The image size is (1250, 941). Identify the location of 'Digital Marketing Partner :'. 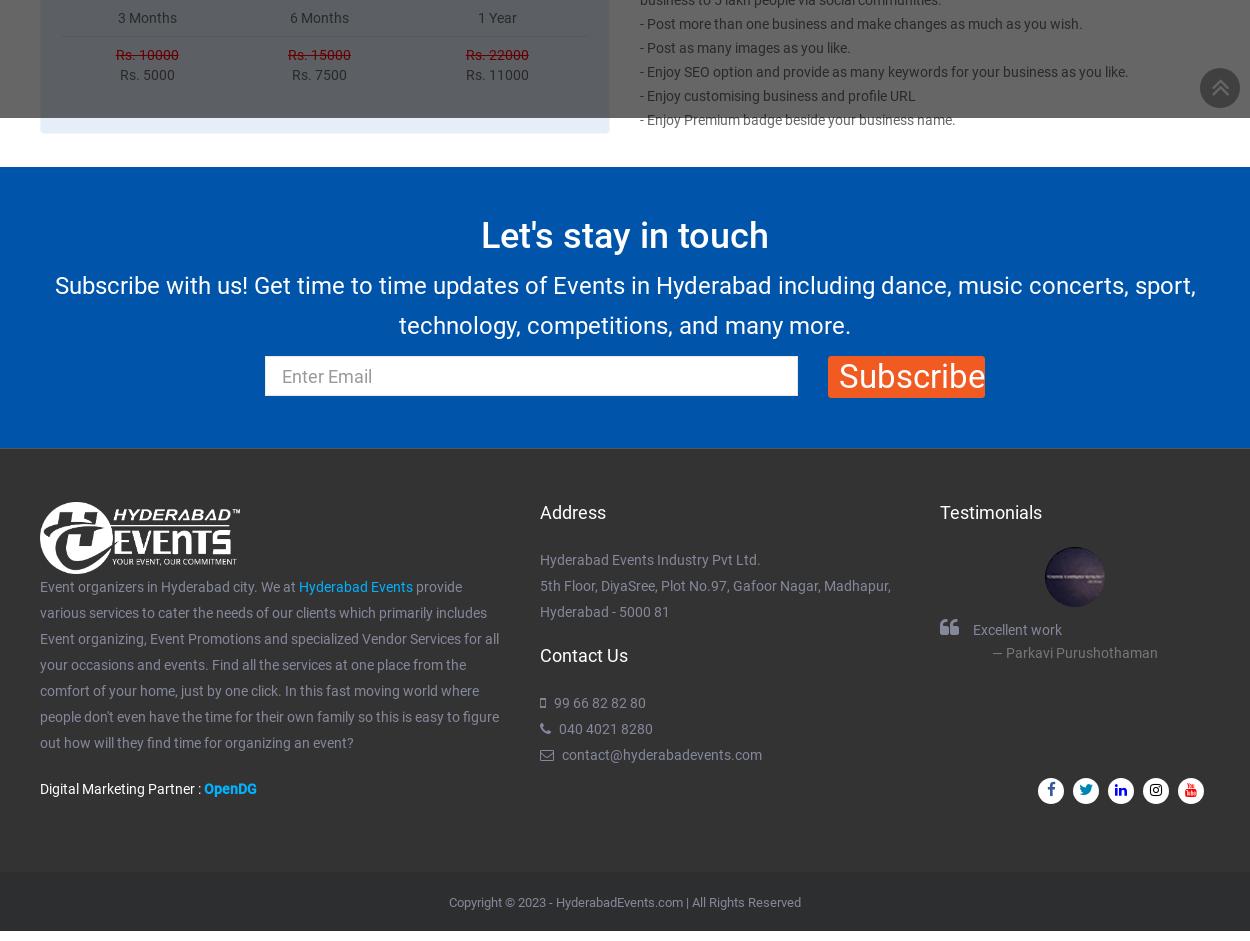
(119, 789).